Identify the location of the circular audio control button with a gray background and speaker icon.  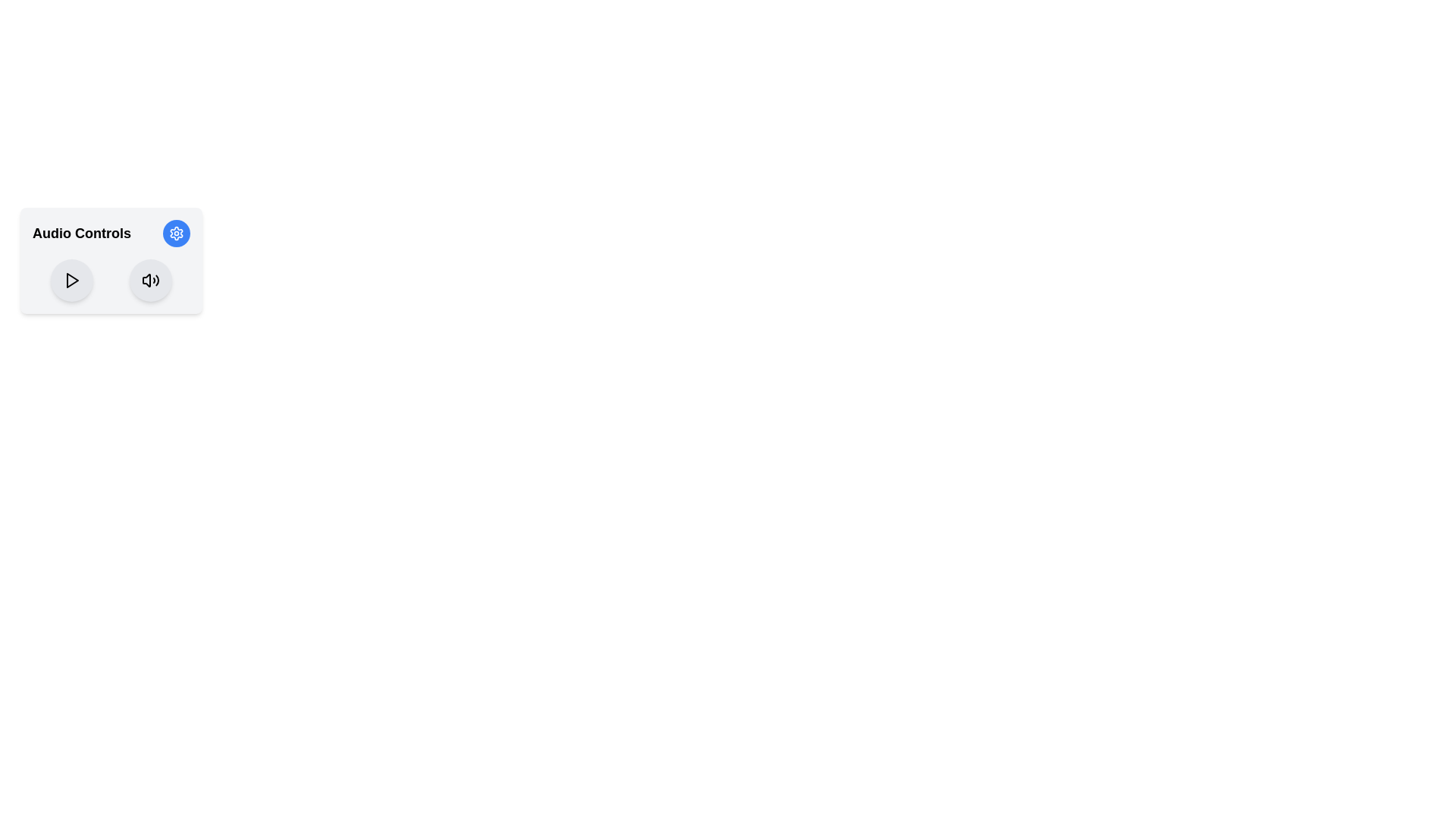
(150, 281).